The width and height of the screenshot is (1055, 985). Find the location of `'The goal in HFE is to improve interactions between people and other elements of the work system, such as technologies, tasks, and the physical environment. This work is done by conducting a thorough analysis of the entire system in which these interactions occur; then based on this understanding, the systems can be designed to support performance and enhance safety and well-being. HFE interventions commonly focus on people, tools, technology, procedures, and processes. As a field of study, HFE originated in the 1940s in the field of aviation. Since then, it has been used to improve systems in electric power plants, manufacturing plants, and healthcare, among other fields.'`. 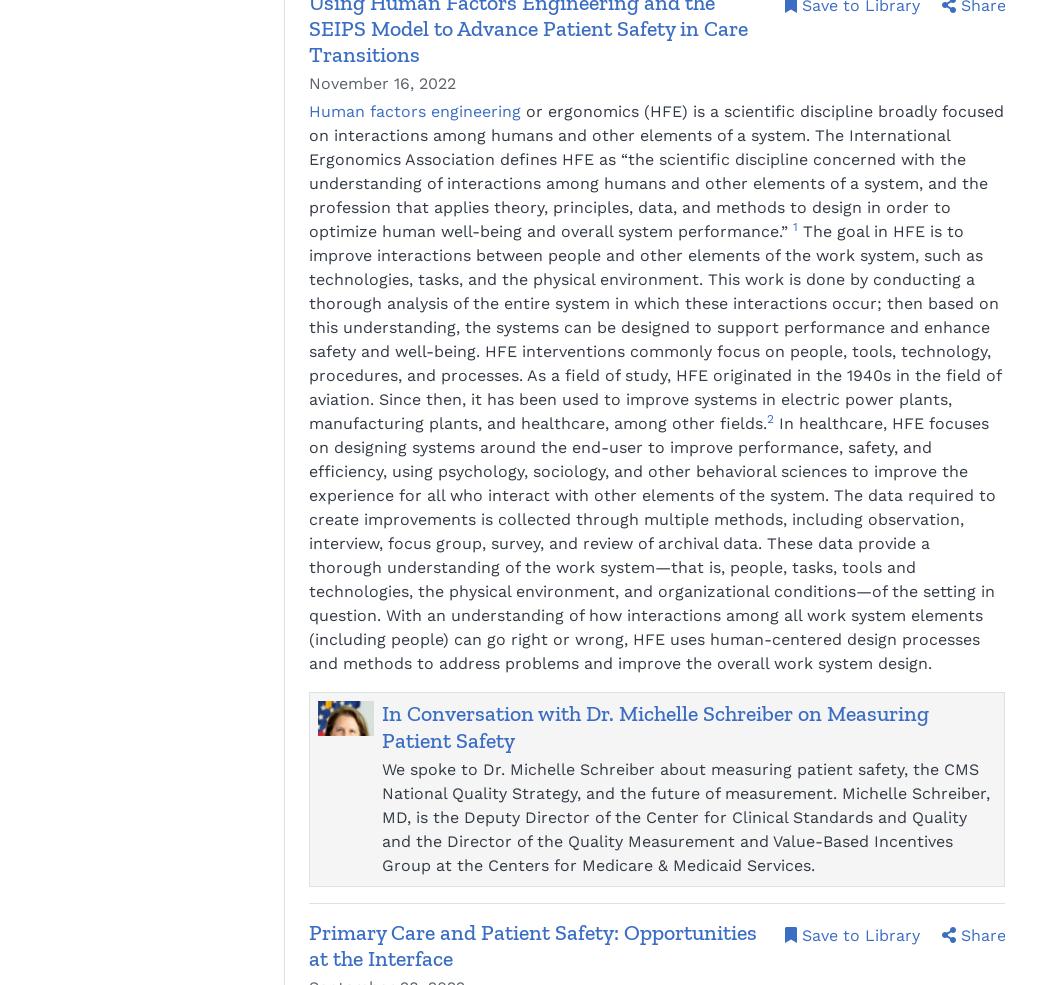

'The goal in HFE is to improve interactions between people and other elements of the work system, such as technologies, tasks, and the physical environment. This work is done by conducting a thorough analysis of the entire system in which these interactions occur; then based on this understanding, the systems can be designed to support performance and enhance safety and well-being. HFE interventions commonly focus on people, tools, technology, procedures, and processes. As a field of study, HFE originated in the 1940s in the field of aviation. Since then, it has been used to improve systems in electric power plants, manufacturing plants, and healthcare, among other fields.' is located at coordinates (654, 327).